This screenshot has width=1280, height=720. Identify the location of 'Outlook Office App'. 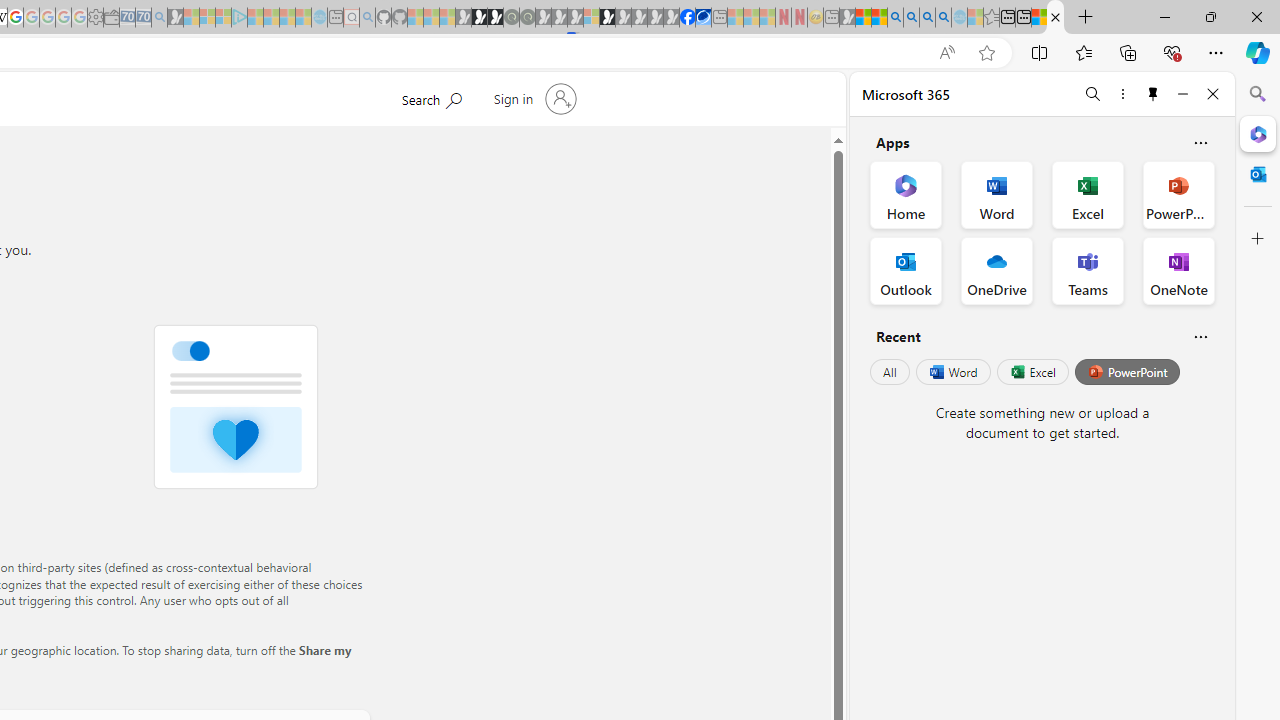
(905, 271).